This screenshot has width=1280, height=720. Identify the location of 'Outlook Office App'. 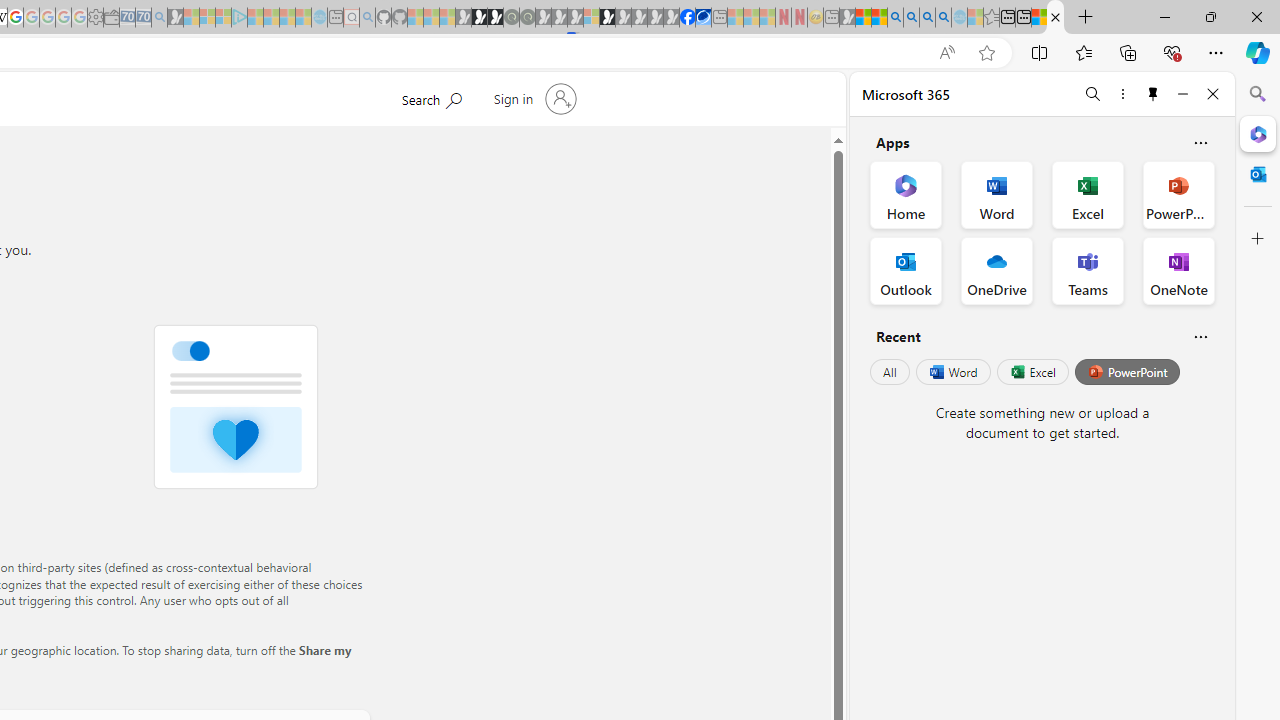
(905, 271).